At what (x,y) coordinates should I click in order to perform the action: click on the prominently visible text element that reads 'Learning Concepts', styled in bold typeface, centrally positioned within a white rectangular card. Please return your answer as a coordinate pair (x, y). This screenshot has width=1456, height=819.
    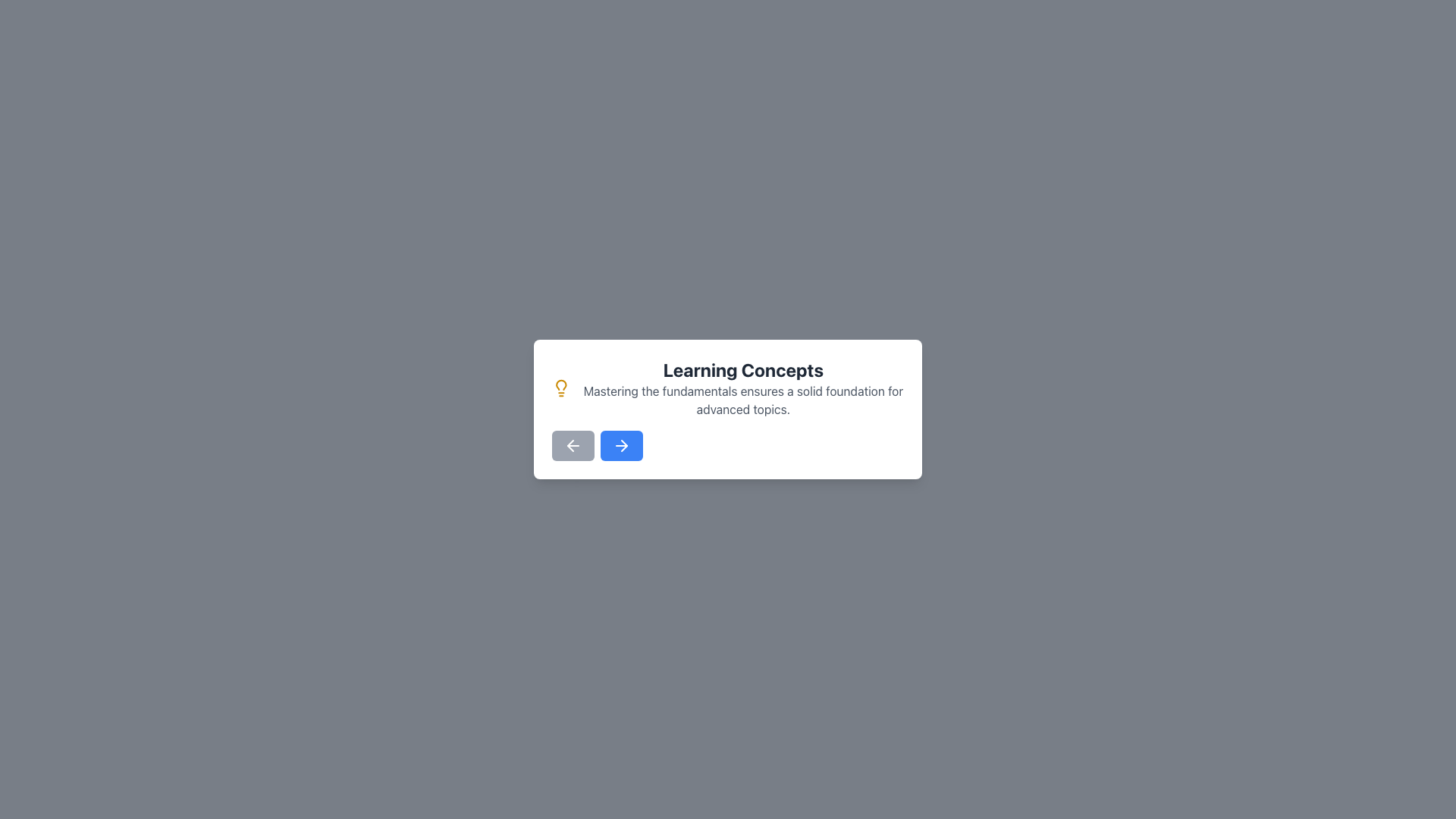
    Looking at the image, I should click on (743, 370).